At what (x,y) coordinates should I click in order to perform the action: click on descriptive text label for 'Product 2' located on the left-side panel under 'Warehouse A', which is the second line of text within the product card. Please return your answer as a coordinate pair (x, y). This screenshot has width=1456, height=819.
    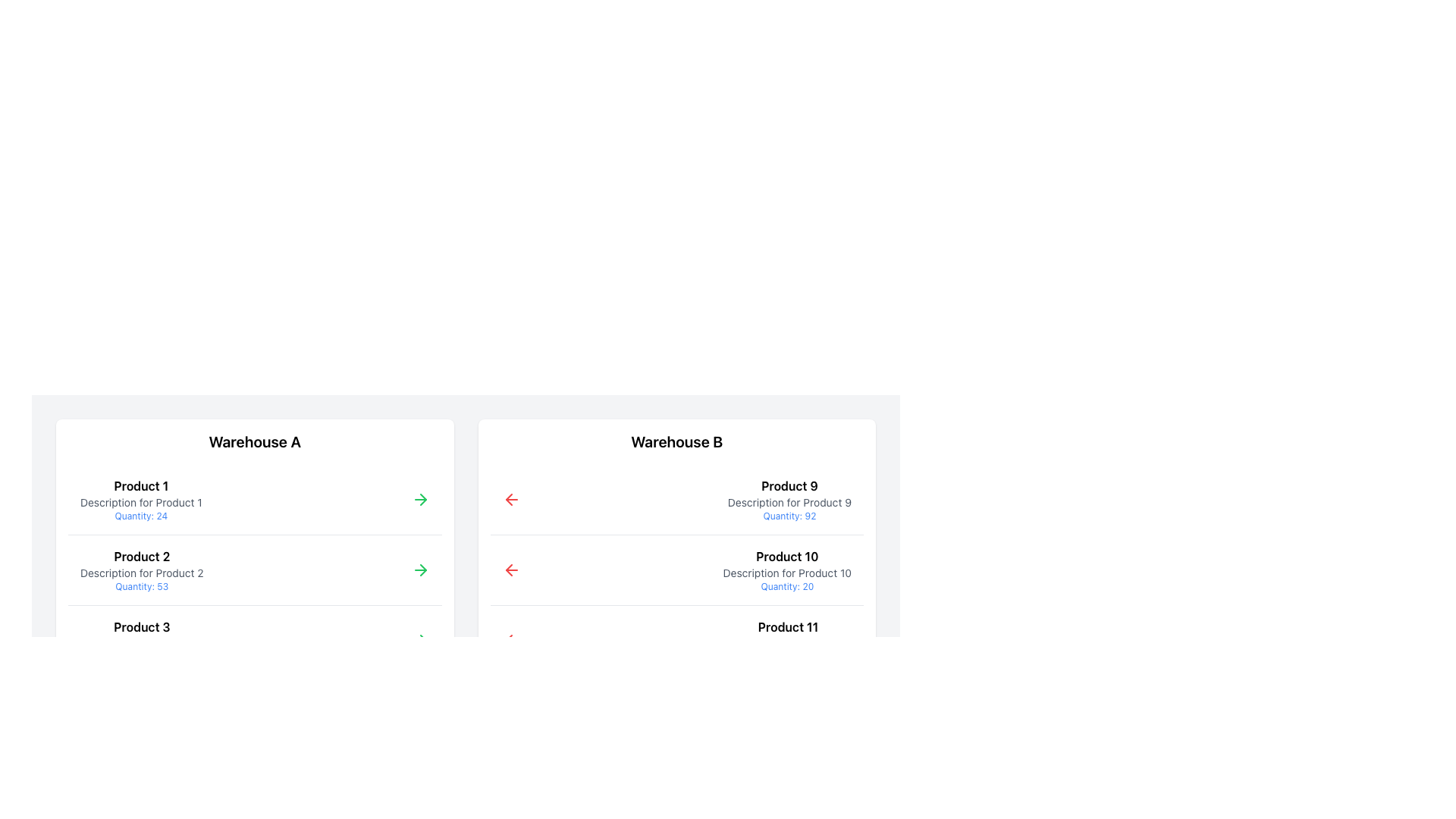
    Looking at the image, I should click on (142, 573).